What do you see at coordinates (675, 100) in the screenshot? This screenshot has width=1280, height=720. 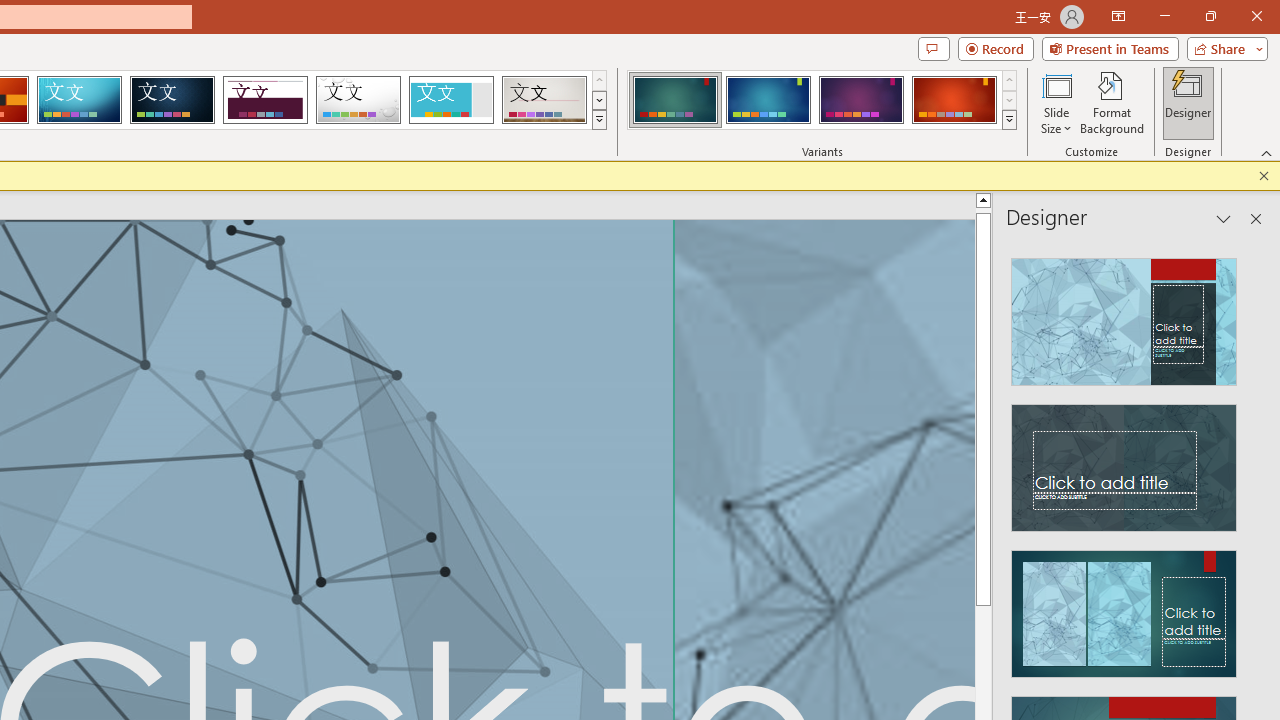 I see `'Ion Variant 1'` at bounding box center [675, 100].